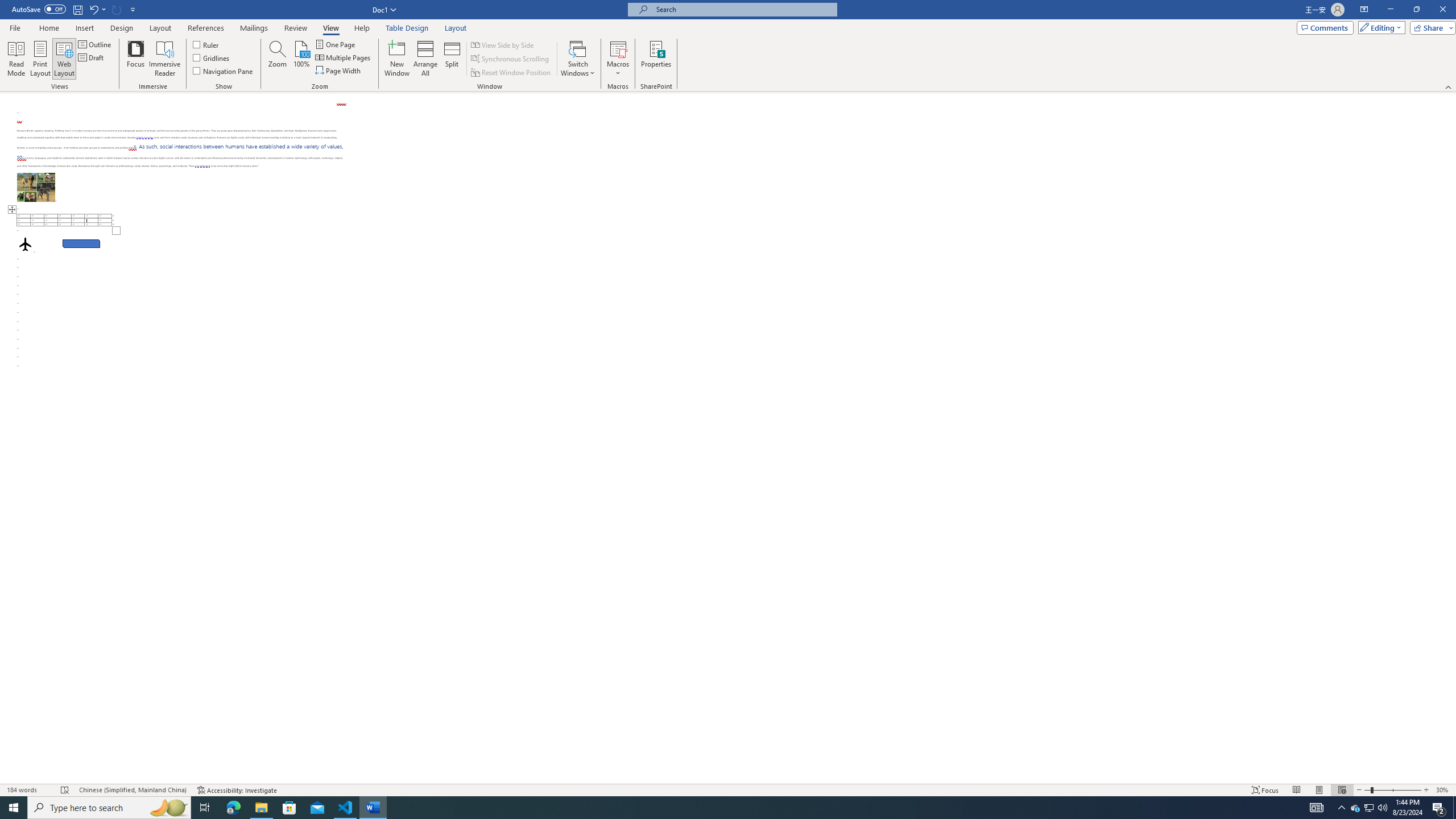 This screenshot has width=1456, height=819. I want to click on 'Table Design', so click(407, 28).